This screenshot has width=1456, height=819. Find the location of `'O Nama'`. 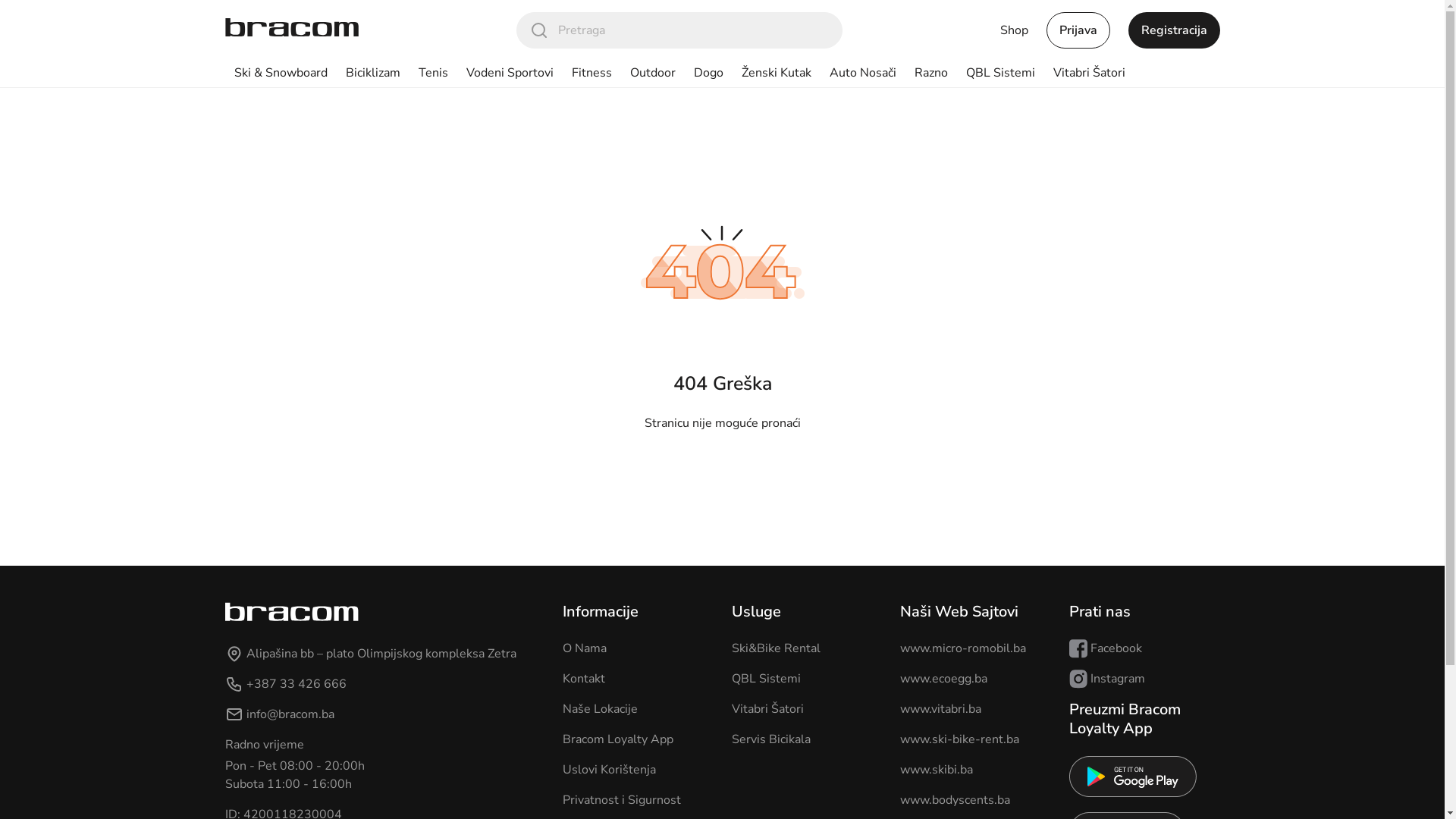

'O Nama' is located at coordinates (584, 648).